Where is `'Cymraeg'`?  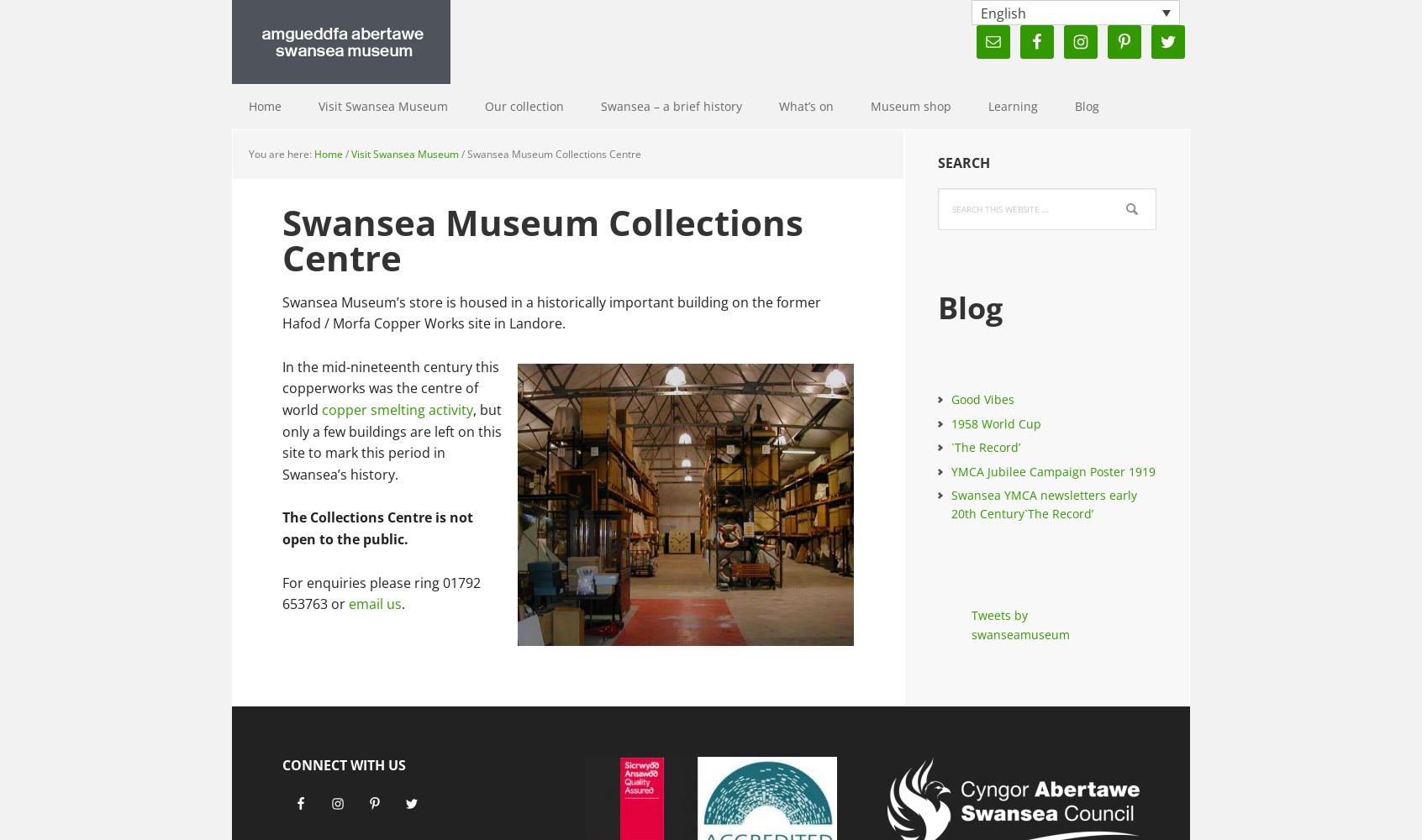 'Cymraeg' is located at coordinates (1009, 38).